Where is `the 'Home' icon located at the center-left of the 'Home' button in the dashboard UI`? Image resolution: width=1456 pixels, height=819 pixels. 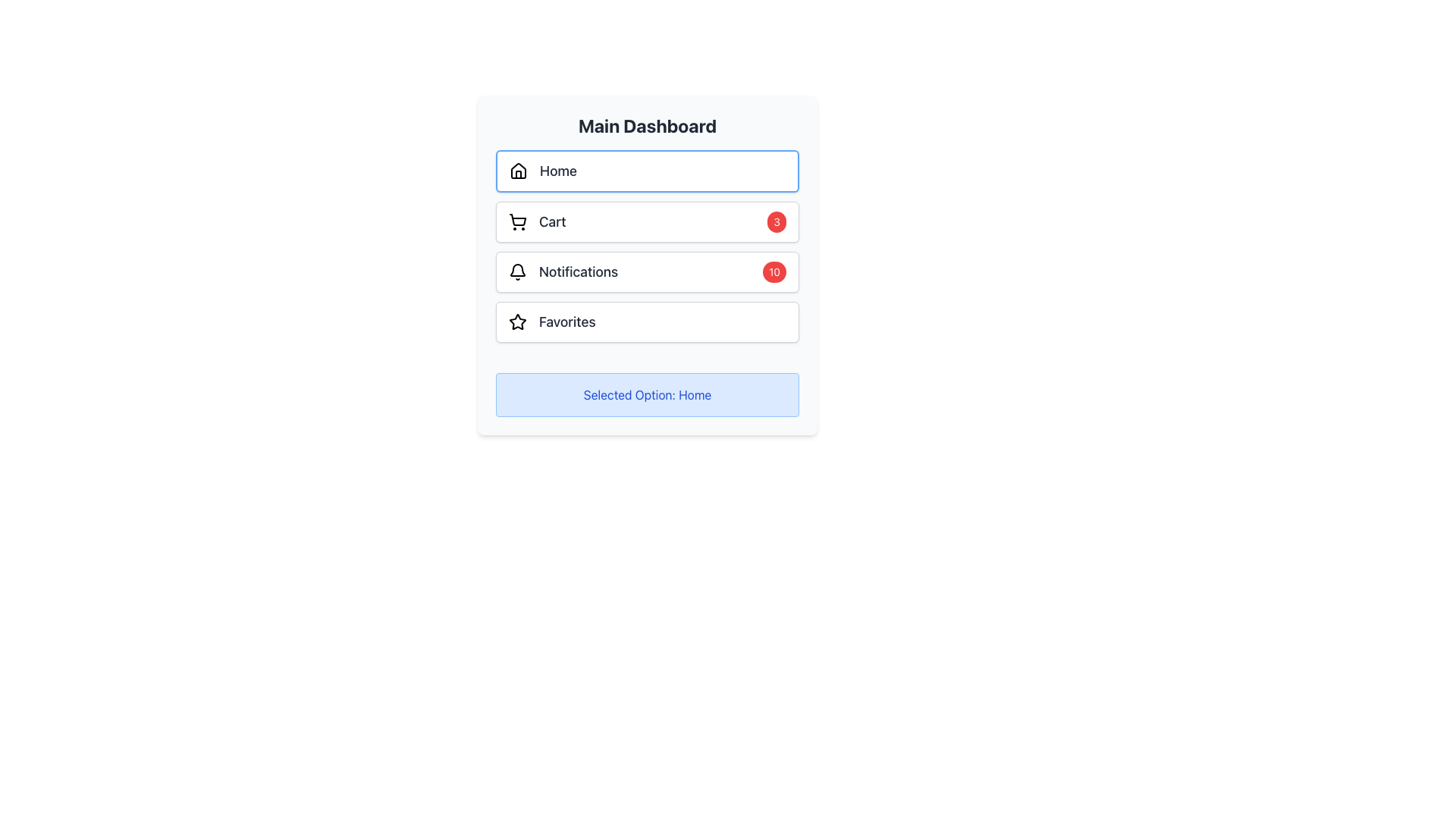 the 'Home' icon located at the center-left of the 'Home' button in the dashboard UI is located at coordinates (519, 170).